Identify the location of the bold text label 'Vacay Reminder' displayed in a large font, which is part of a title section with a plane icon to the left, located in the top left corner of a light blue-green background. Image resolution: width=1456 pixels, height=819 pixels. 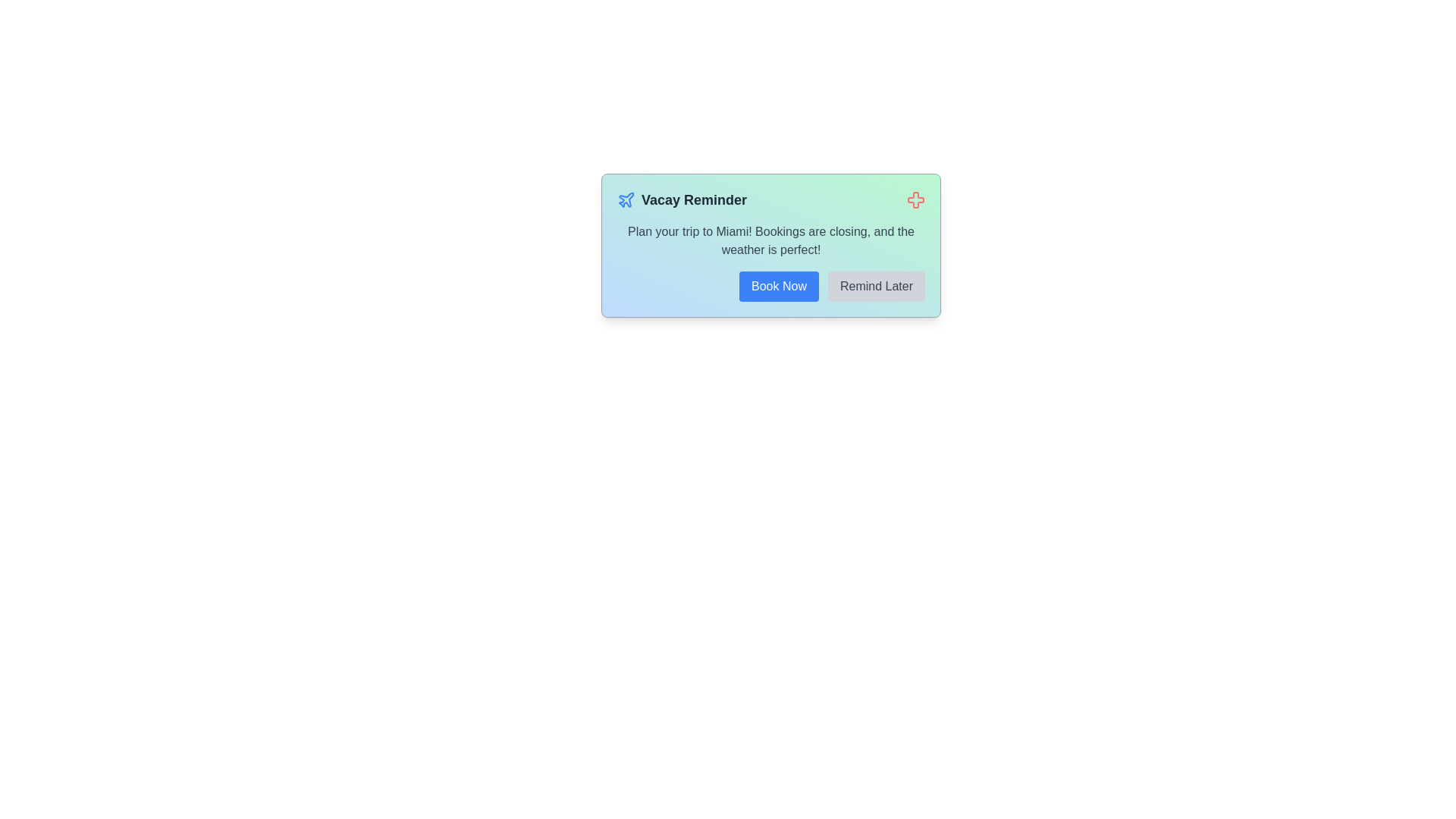
(693, 199).